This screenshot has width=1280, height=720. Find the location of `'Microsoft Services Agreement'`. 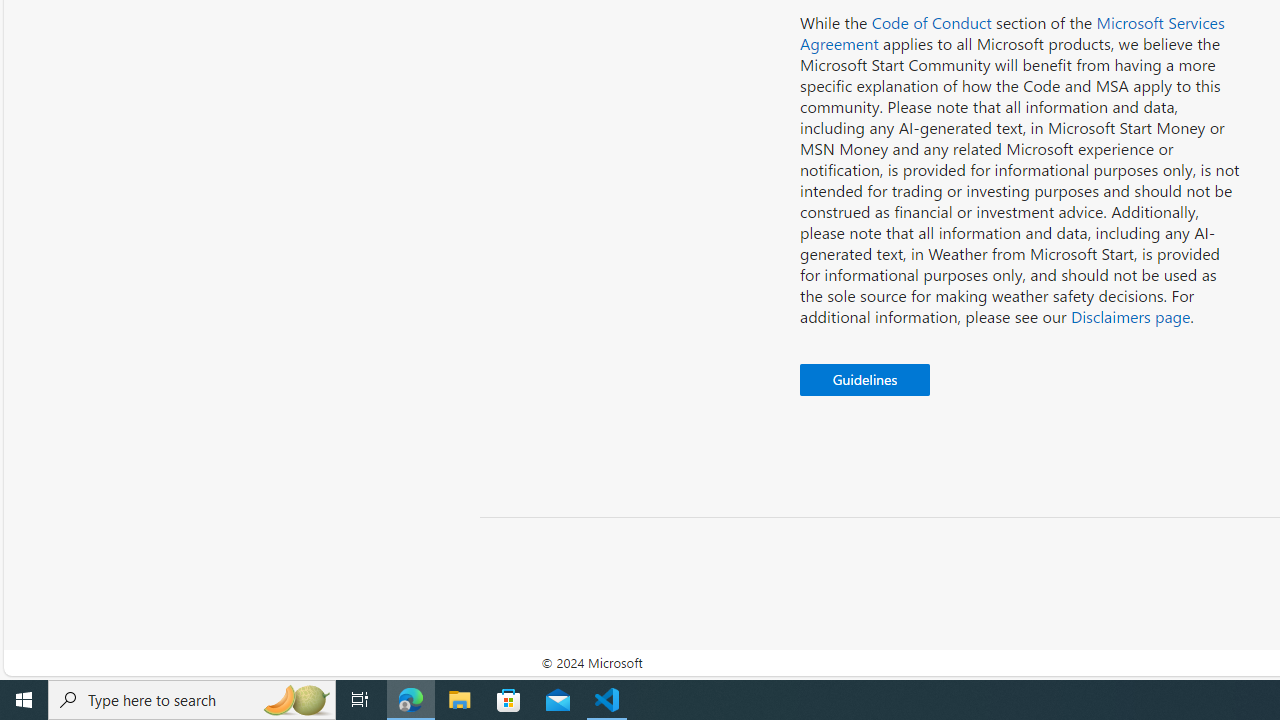

'Microsoft Services Agreement' is located at coordinates (1012, 33).